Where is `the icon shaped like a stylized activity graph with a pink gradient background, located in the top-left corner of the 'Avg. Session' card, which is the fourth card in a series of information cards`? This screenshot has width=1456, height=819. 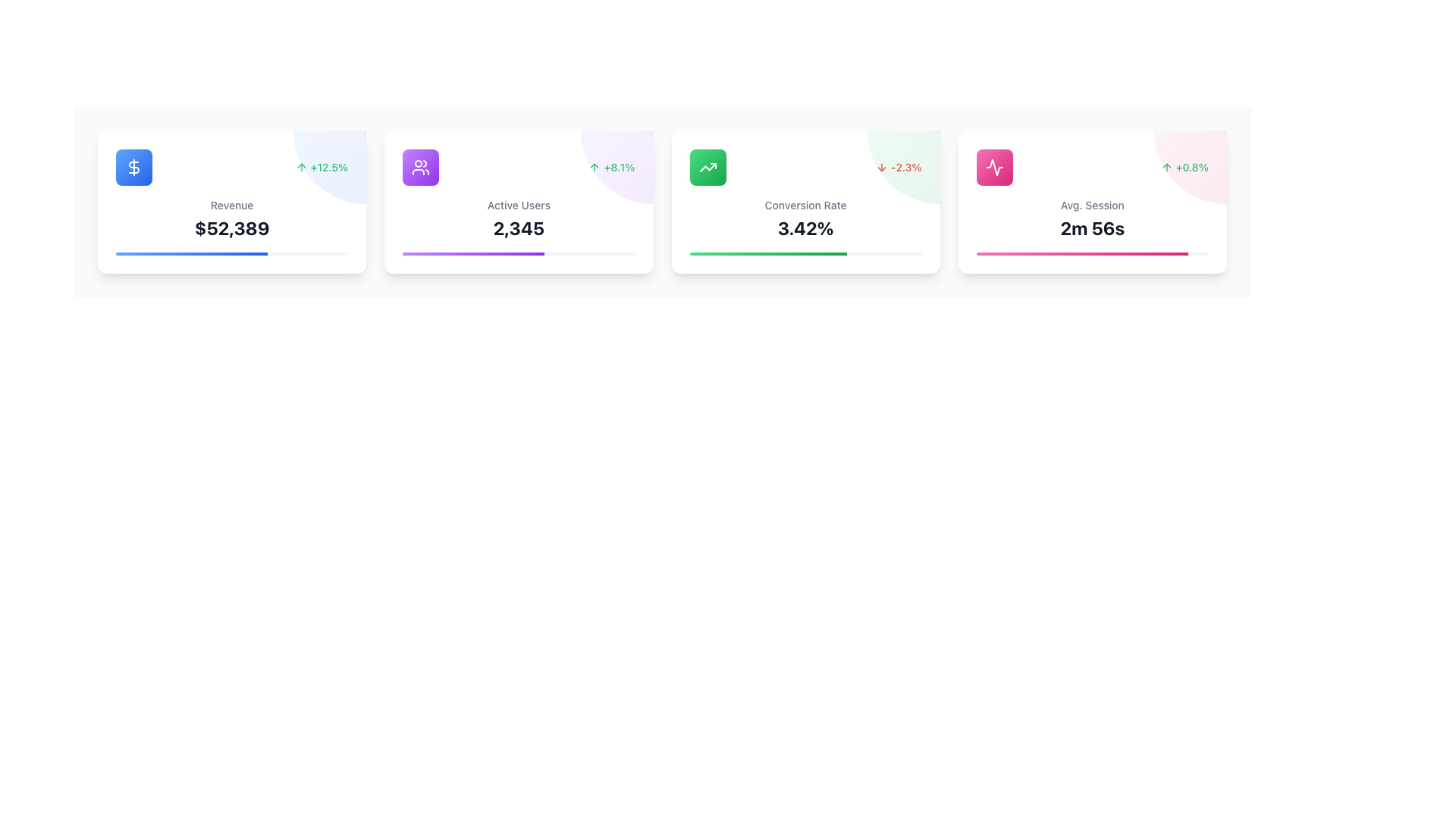 the icon shaped like a stylized activity graph with a pink gradient background, located in the top-left corner of the 'Avg. Session' card, which is the fourth card in a series of information cards is located at coordinates (994, 167).